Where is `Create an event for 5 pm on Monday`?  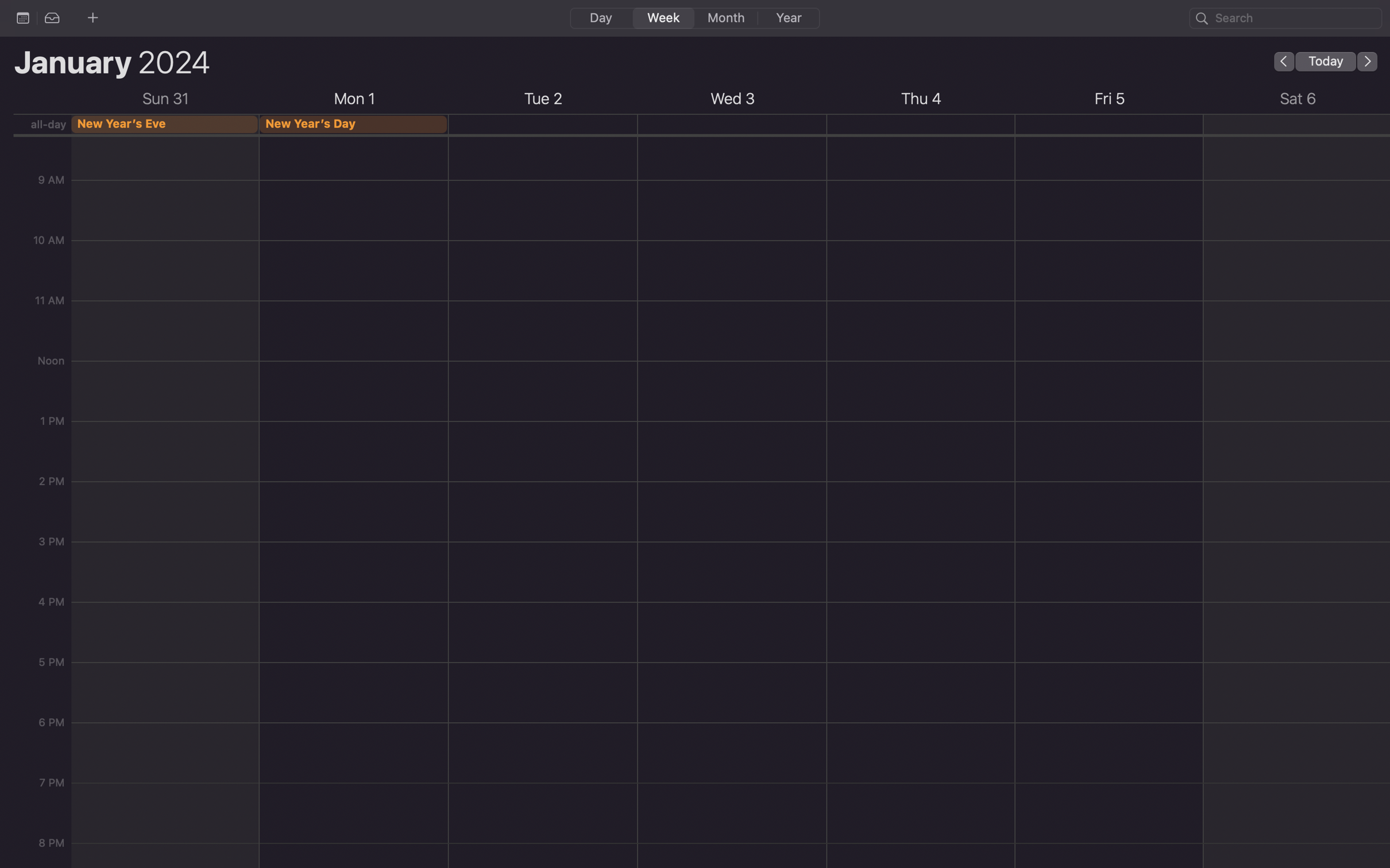
Create an event for 5 pm on Monday is located at coordinates (354, 557).